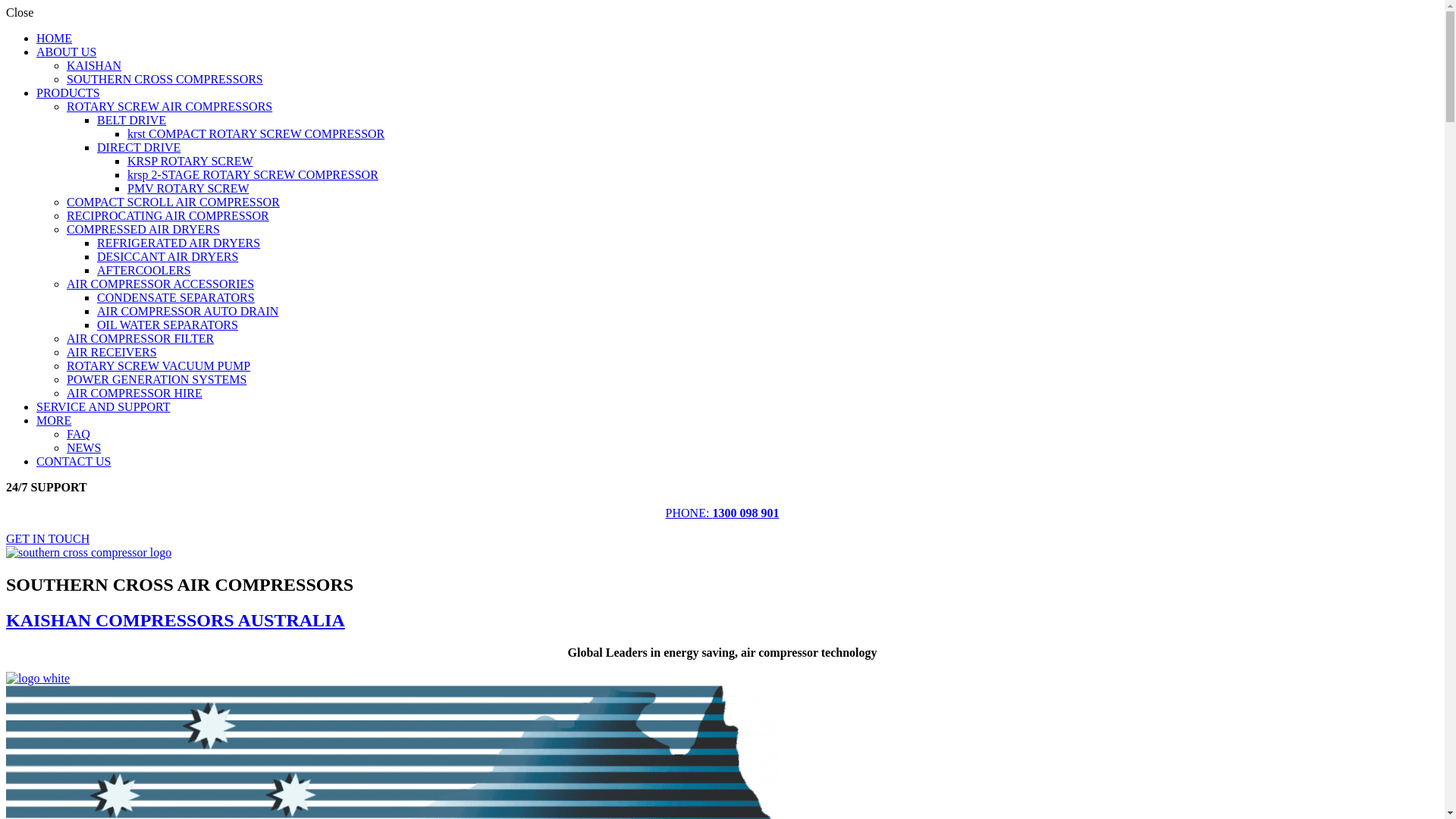 The height and width of the screenshot is (819, 1456). What do you see at coordinates (65, 447) in the screenshot?
I see `'NEWS'` at bounding box center [65, 447].